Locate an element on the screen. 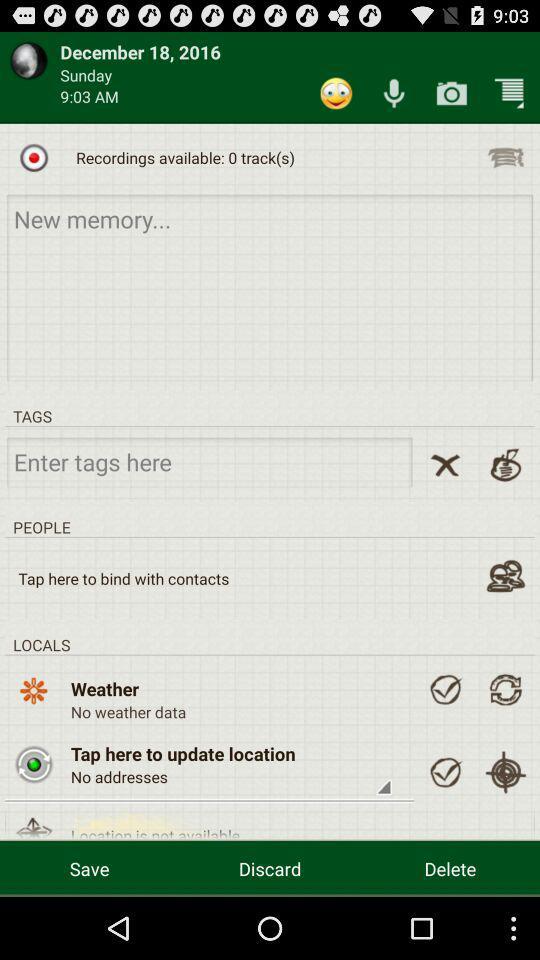 The width and height of the screenshot is (540, 960). the list icon is located at coordinates (504, 167).